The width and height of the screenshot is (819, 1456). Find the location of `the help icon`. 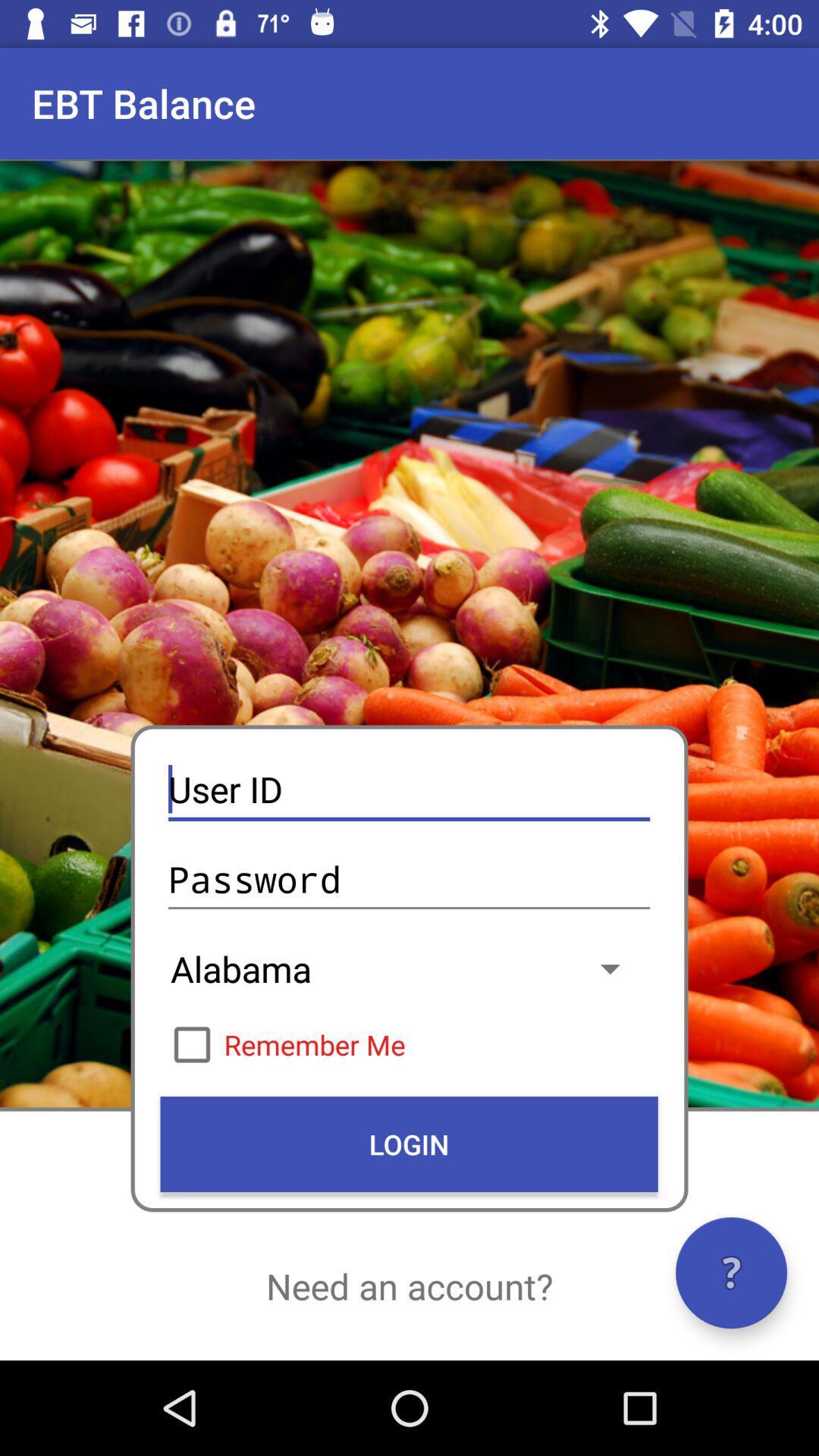

the help icon is located at coordinates (730, 1272).